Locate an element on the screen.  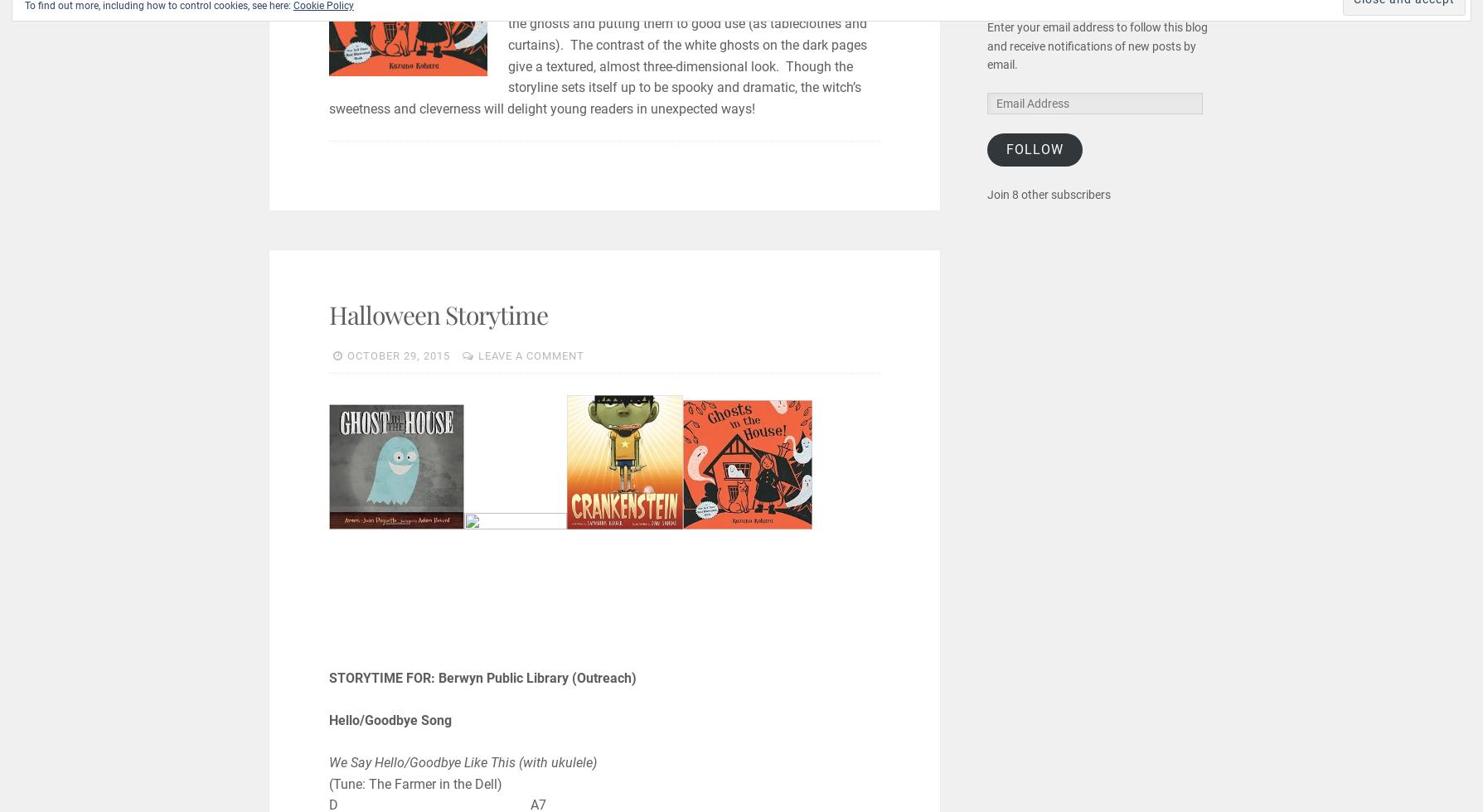
'Hello/Goodbye Song' is located at coordinates (388, 719).